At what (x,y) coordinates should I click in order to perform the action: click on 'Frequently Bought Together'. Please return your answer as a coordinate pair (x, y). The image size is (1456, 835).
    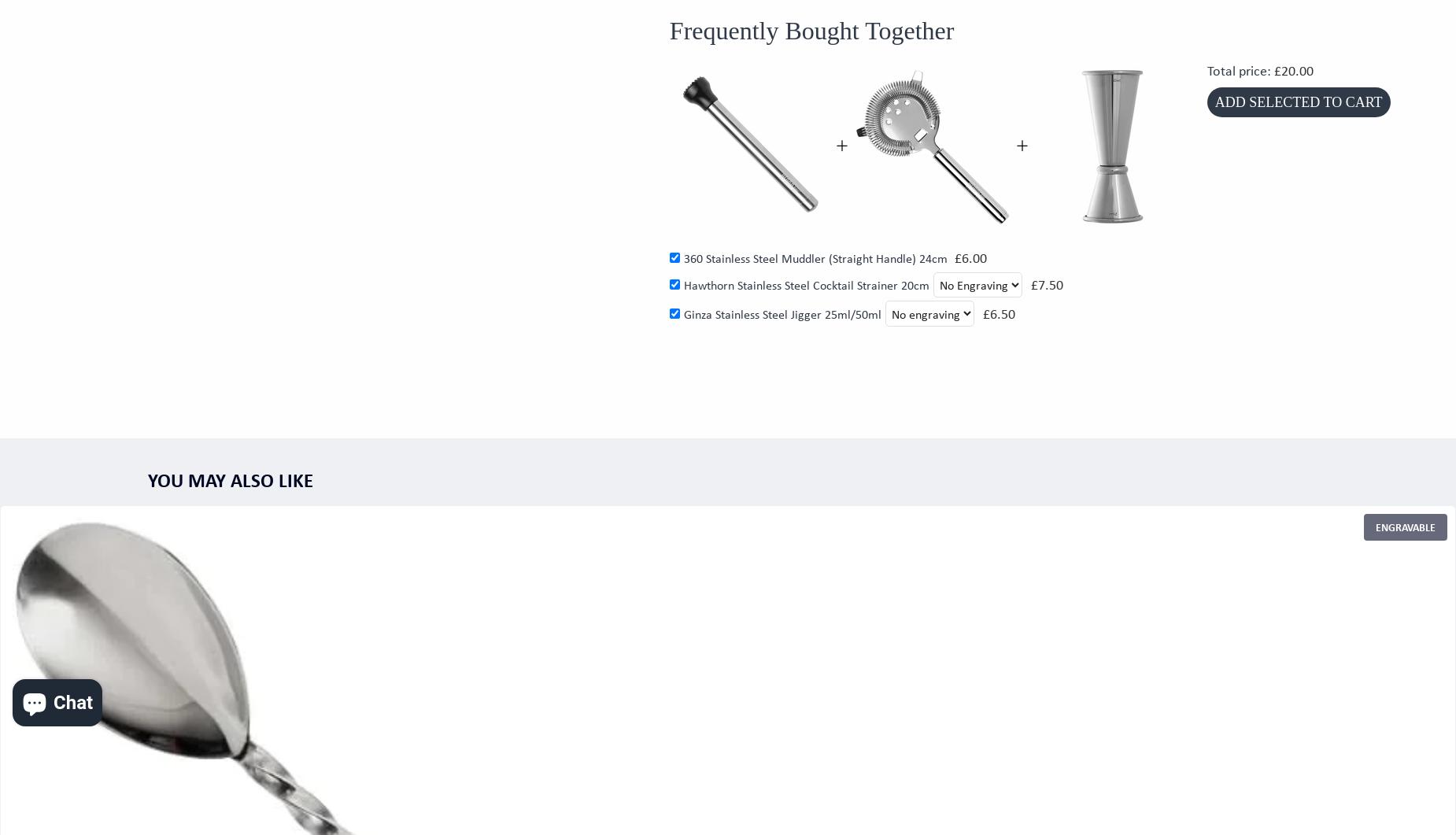
    Looking at the image, I should click on (811, 31).